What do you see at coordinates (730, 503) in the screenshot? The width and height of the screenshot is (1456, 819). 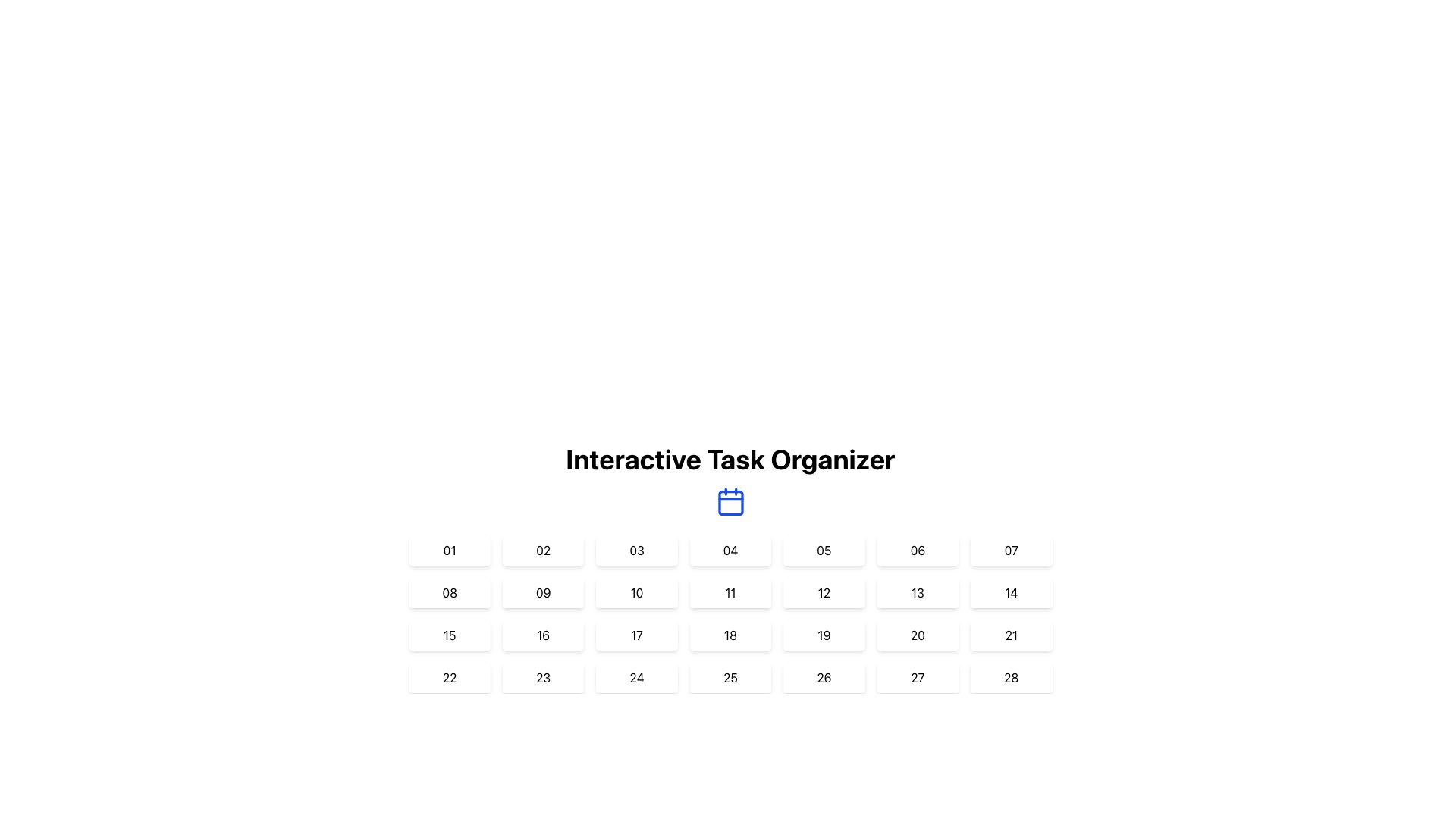 I see `the filled rectangular shape with rounded corners located centrally within the calendar icon` at bounding box center [730, 503].